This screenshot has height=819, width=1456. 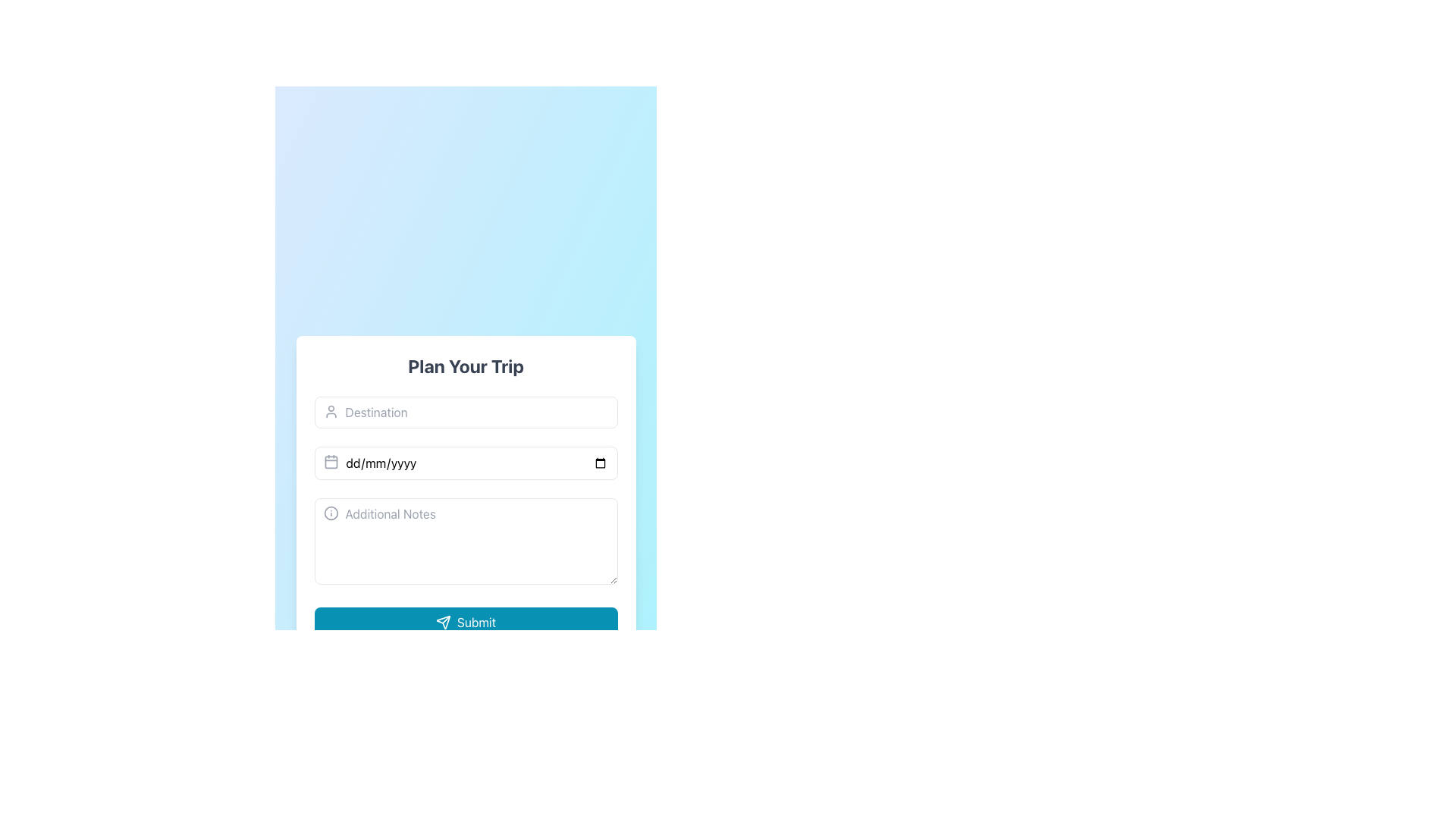 I want to click on the circular SVG icon located to the left of the 'Additional Notes' input field, which is part of a vertically stacked list of input fields, so click(x=330, y=513).